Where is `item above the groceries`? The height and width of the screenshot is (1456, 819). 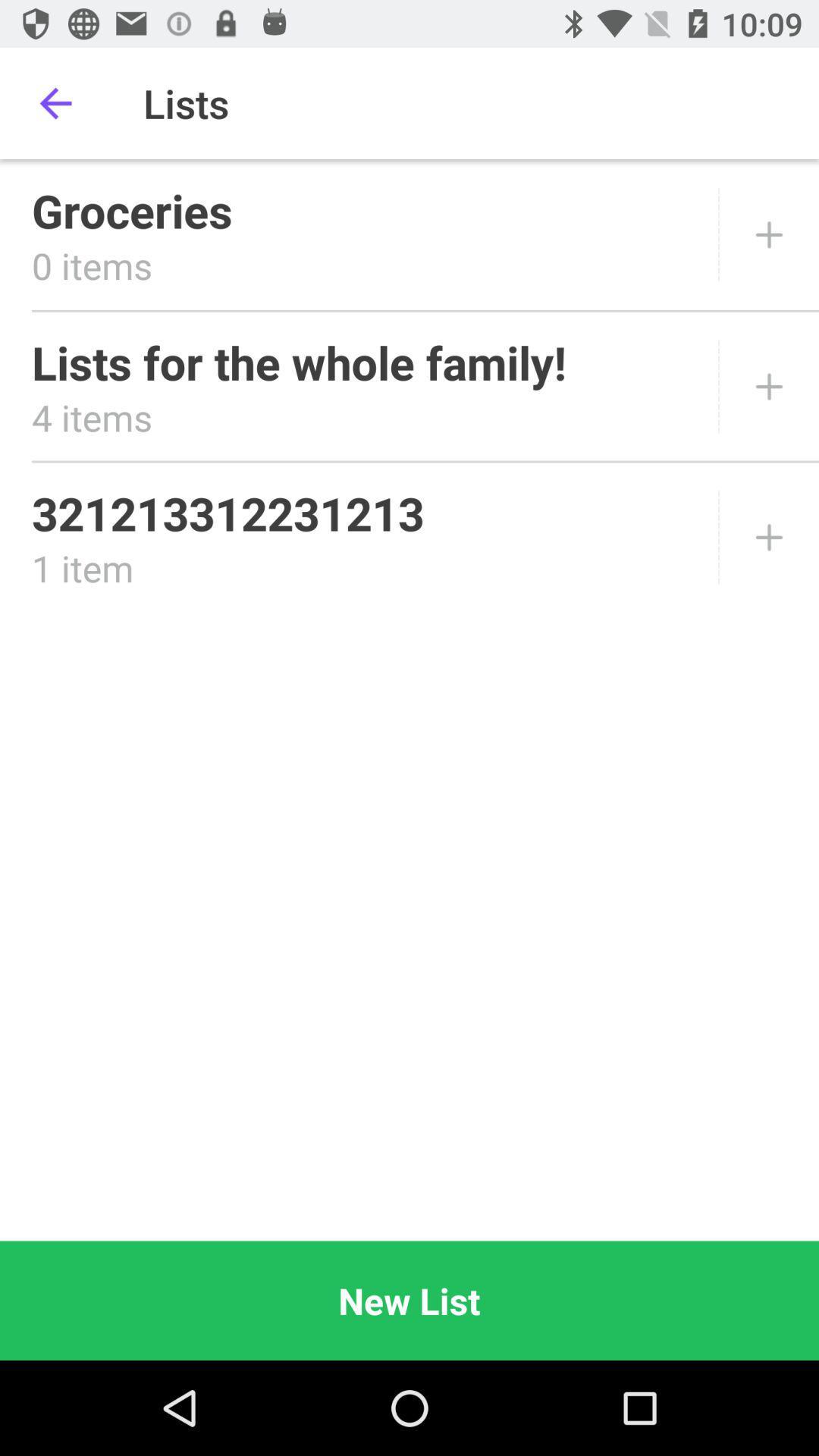 item above the groceries is located at coordinates (55, 102).